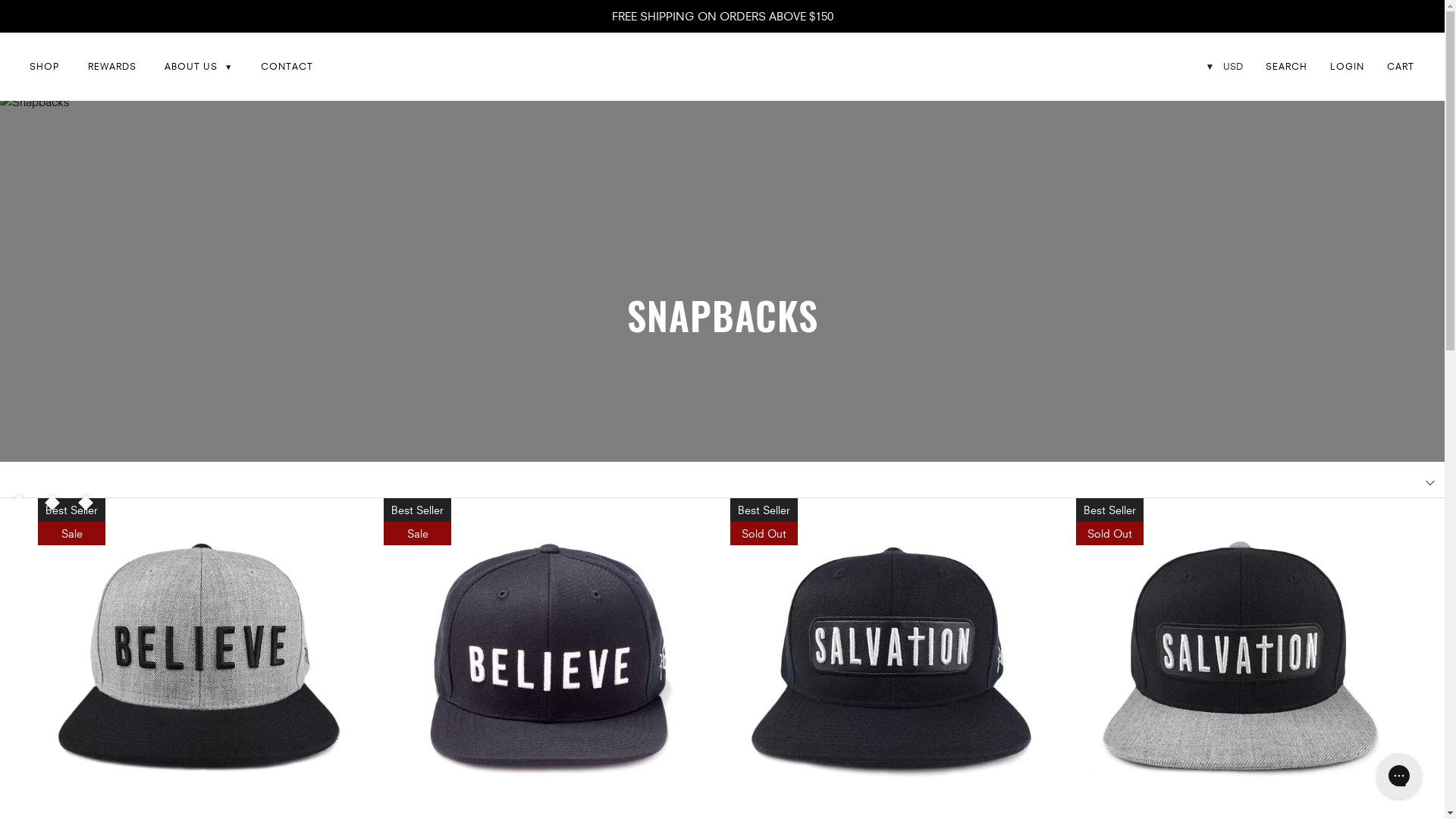  Describe the element at coordinates (1285, 65) in the screenshot. I see `'SEARCH'` at that location.